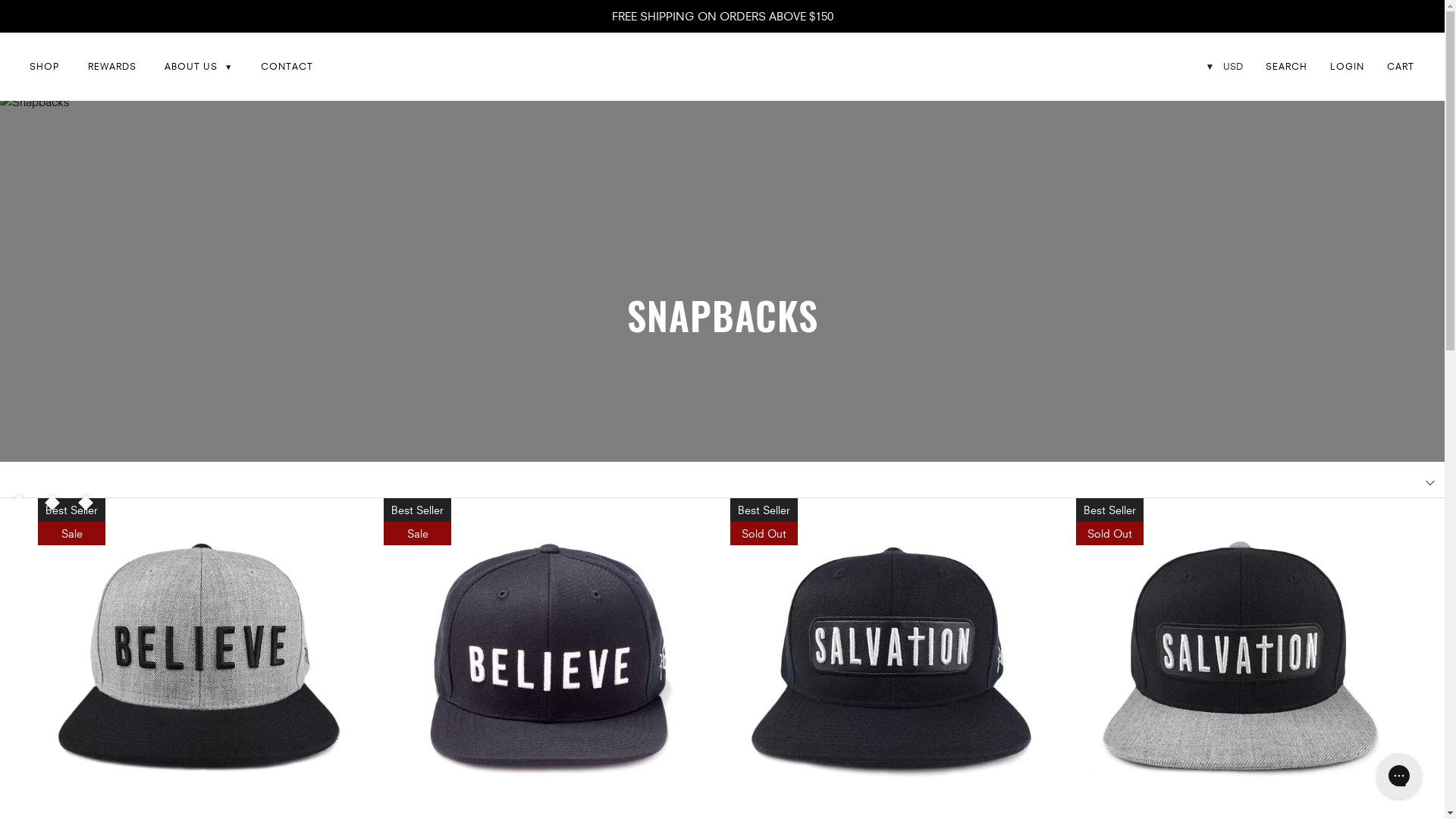  Describe the element at coordinates (1285, 65) in the screenshot. I see `'SEARCH'` at that location.